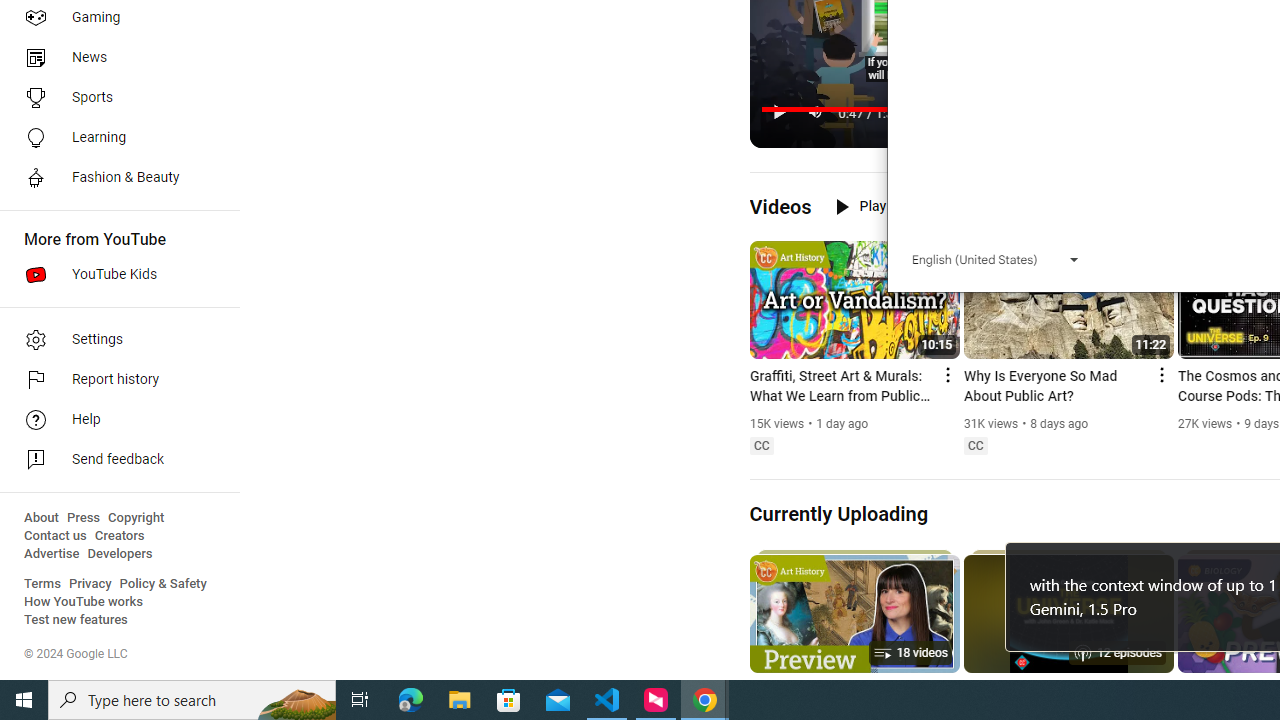 The height and width of the screenshot is (720, 1280). Describe the element at coordinates (112, 460) in the screenshot. I see `'Send feedback'` at that location.